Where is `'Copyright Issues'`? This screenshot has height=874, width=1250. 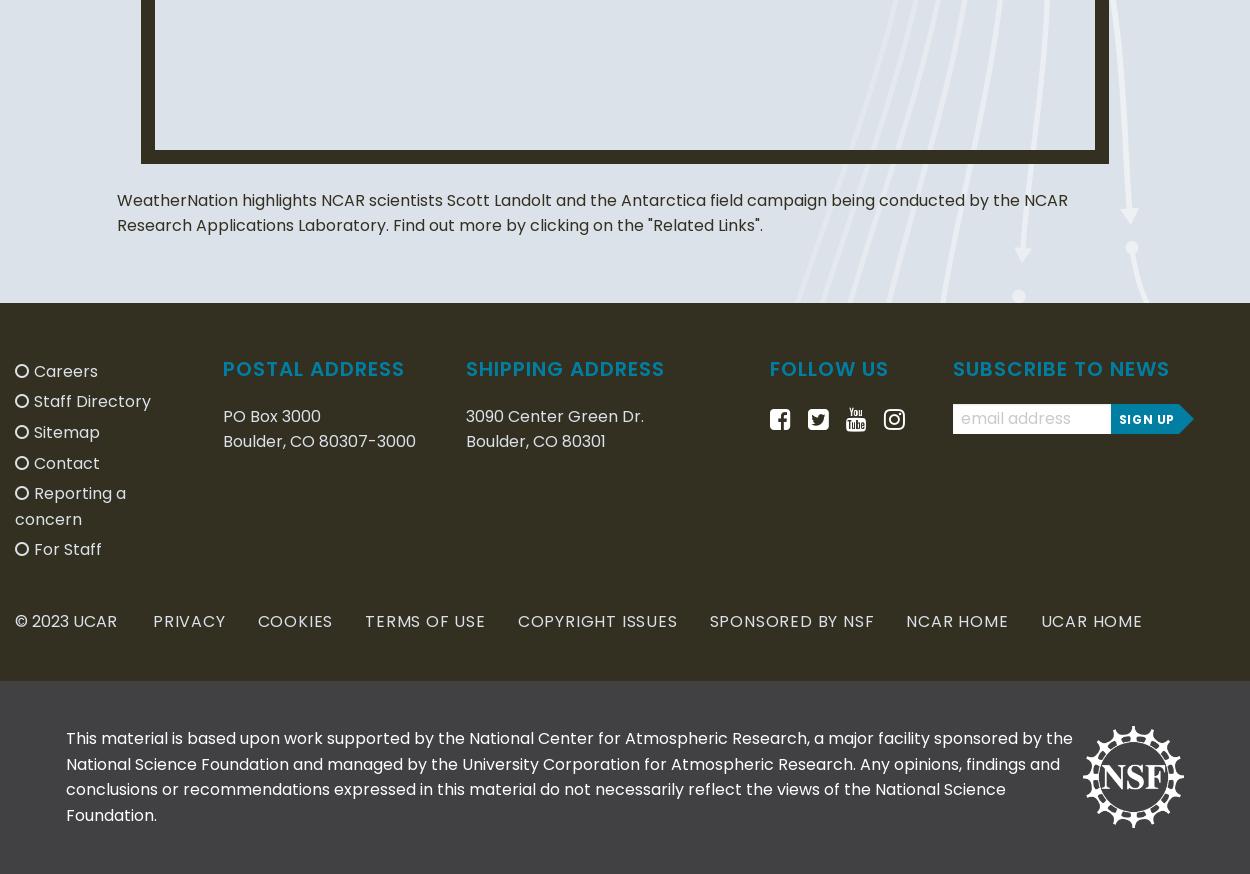
'Copyright Issues' is located at coordinates (596, 620).